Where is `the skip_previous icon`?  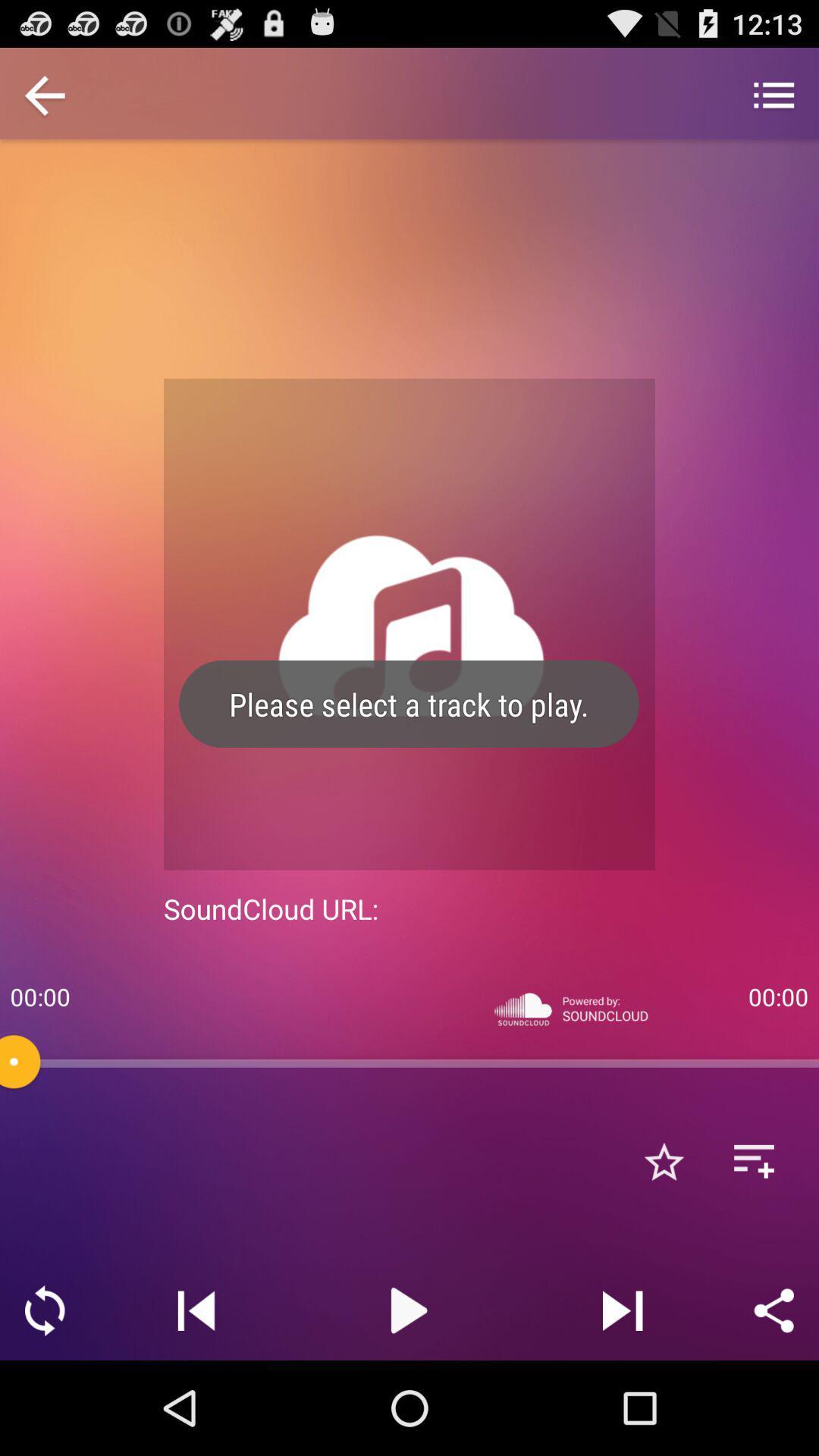
the skip_previous icon is located at coordinates (196, 1401).